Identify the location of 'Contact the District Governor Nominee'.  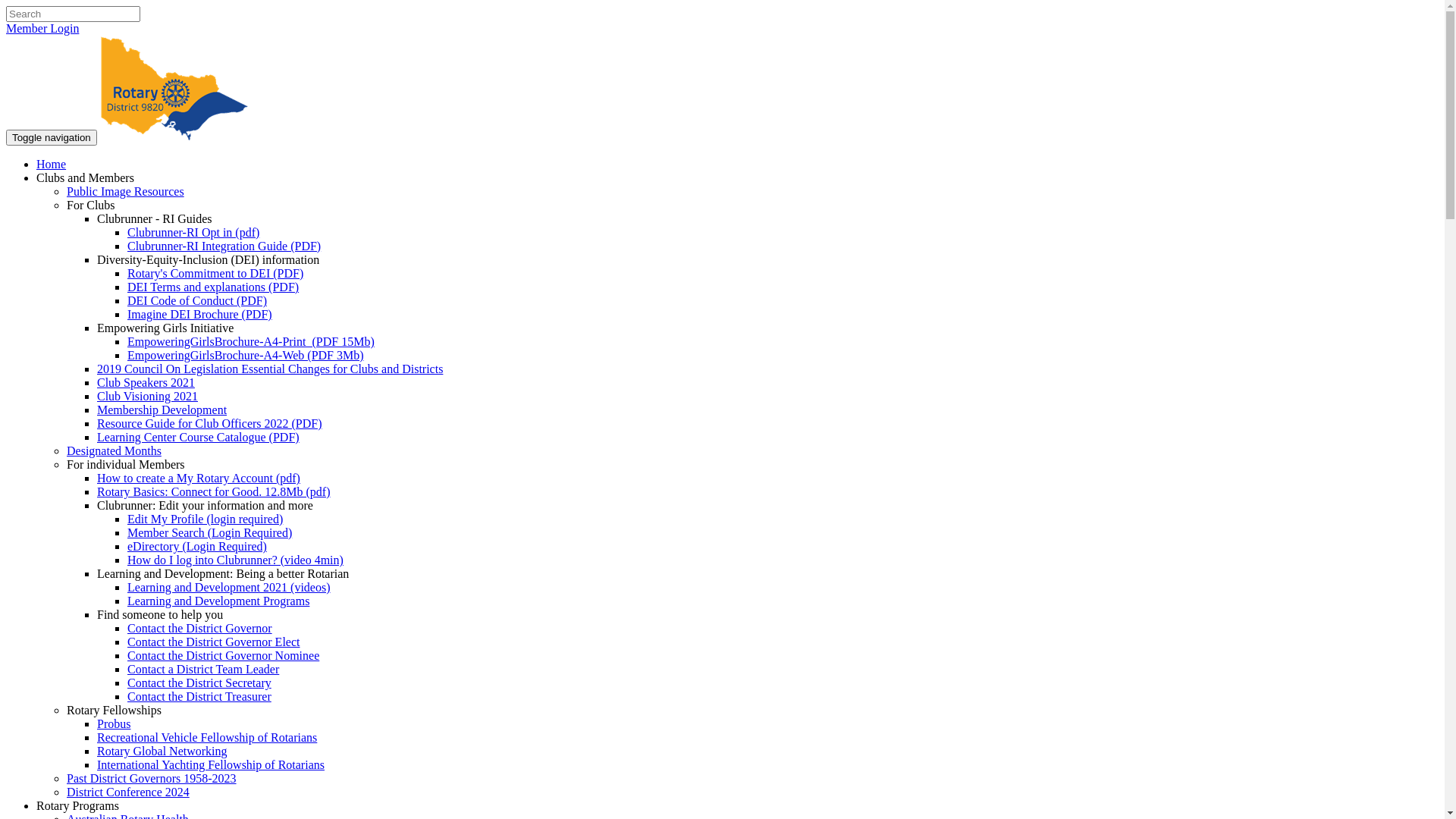
(127, 654).